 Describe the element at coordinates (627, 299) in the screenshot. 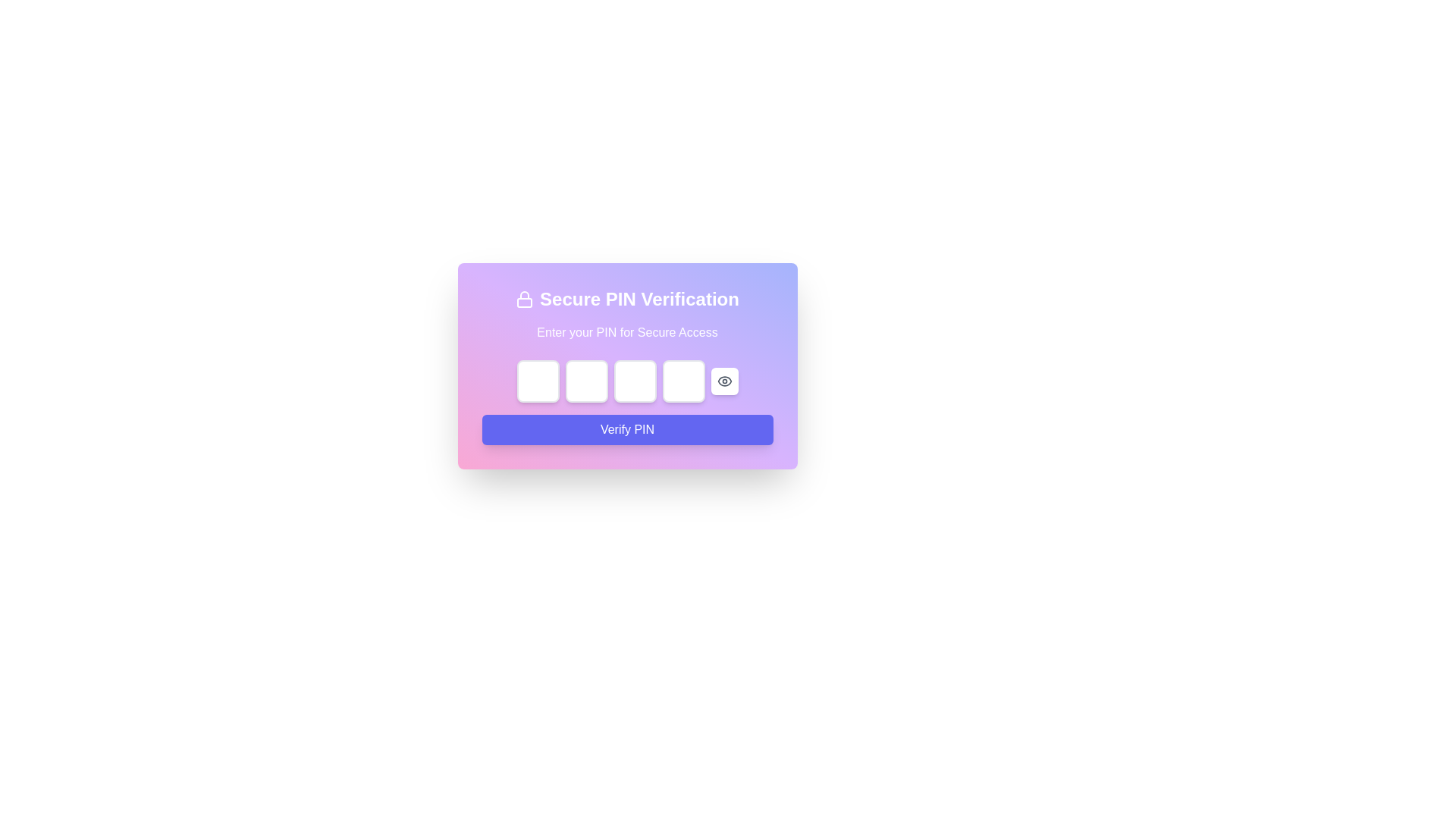

I see `the title or heading for the UI section dedicated to PIN verification, which is located in the first row above the prompt 'Enter your PIN for Secure Access'` at that location.